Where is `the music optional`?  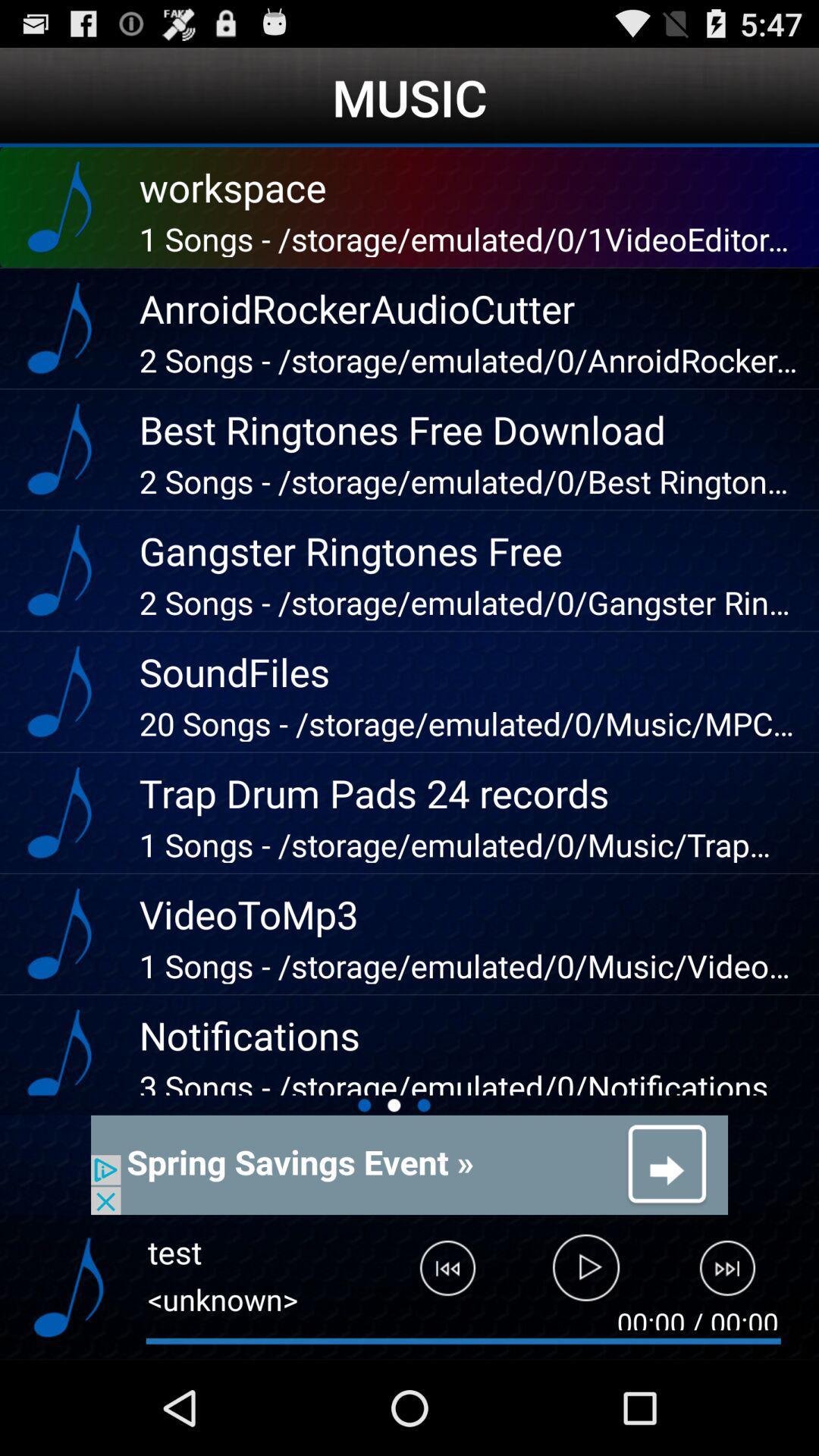 the music optional is located at coordinates (68, 1287).